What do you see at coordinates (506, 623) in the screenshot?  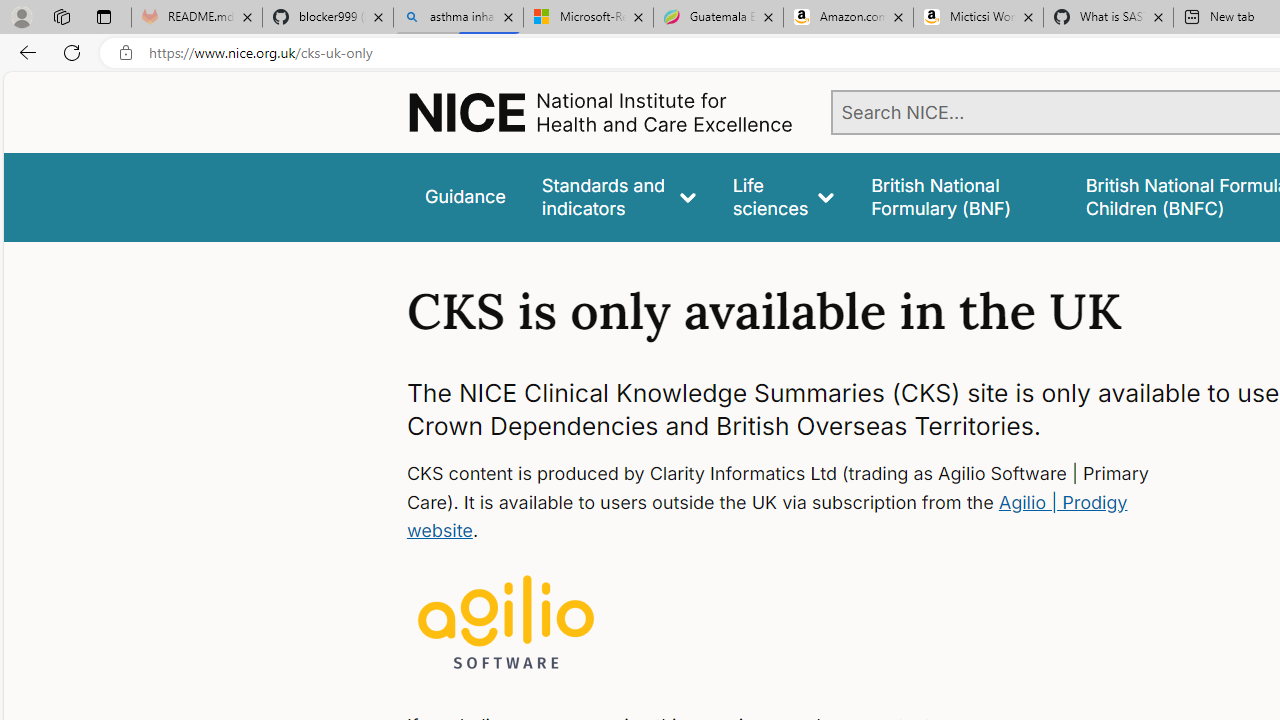 I see `'Logo for Clarity Consulting'` at bounding box center [506, 623].